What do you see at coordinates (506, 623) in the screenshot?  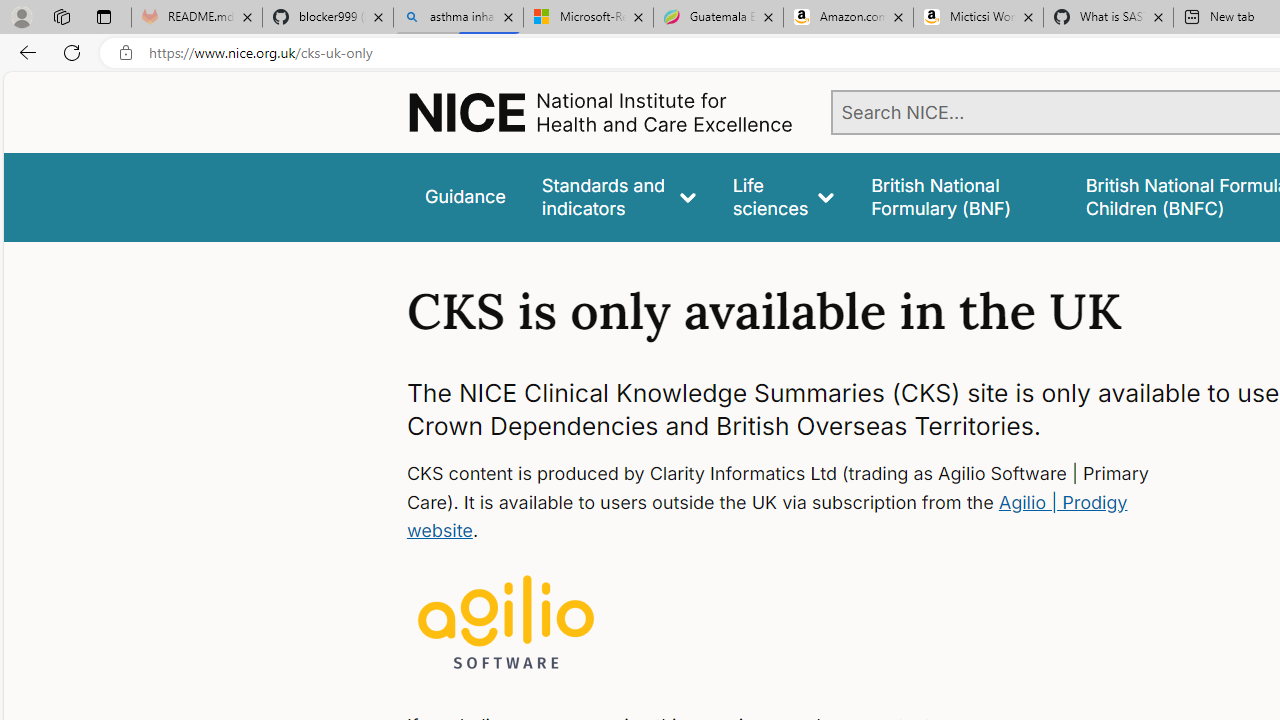 I see `'Logo for Clarity Consulting'` at bounding box center [506, 623].